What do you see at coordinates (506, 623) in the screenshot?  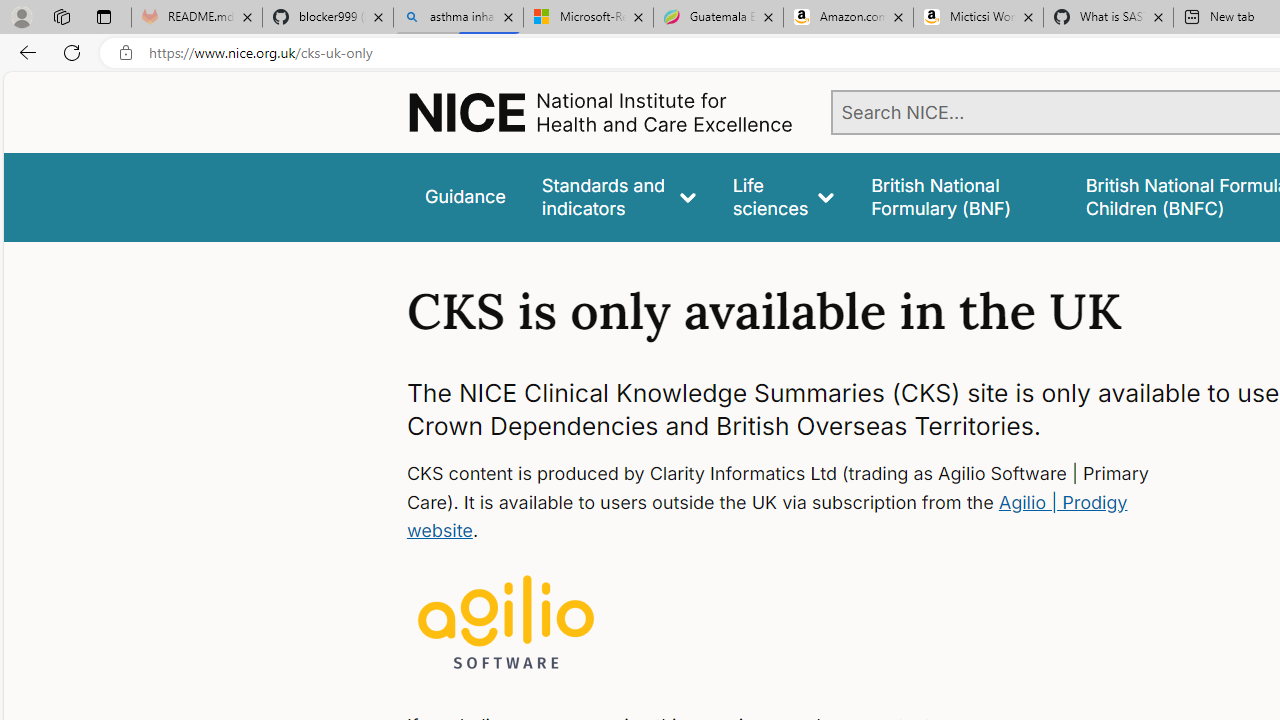 I see `'Logo for Clarity Consulting'` at bounding box center [506, 623].